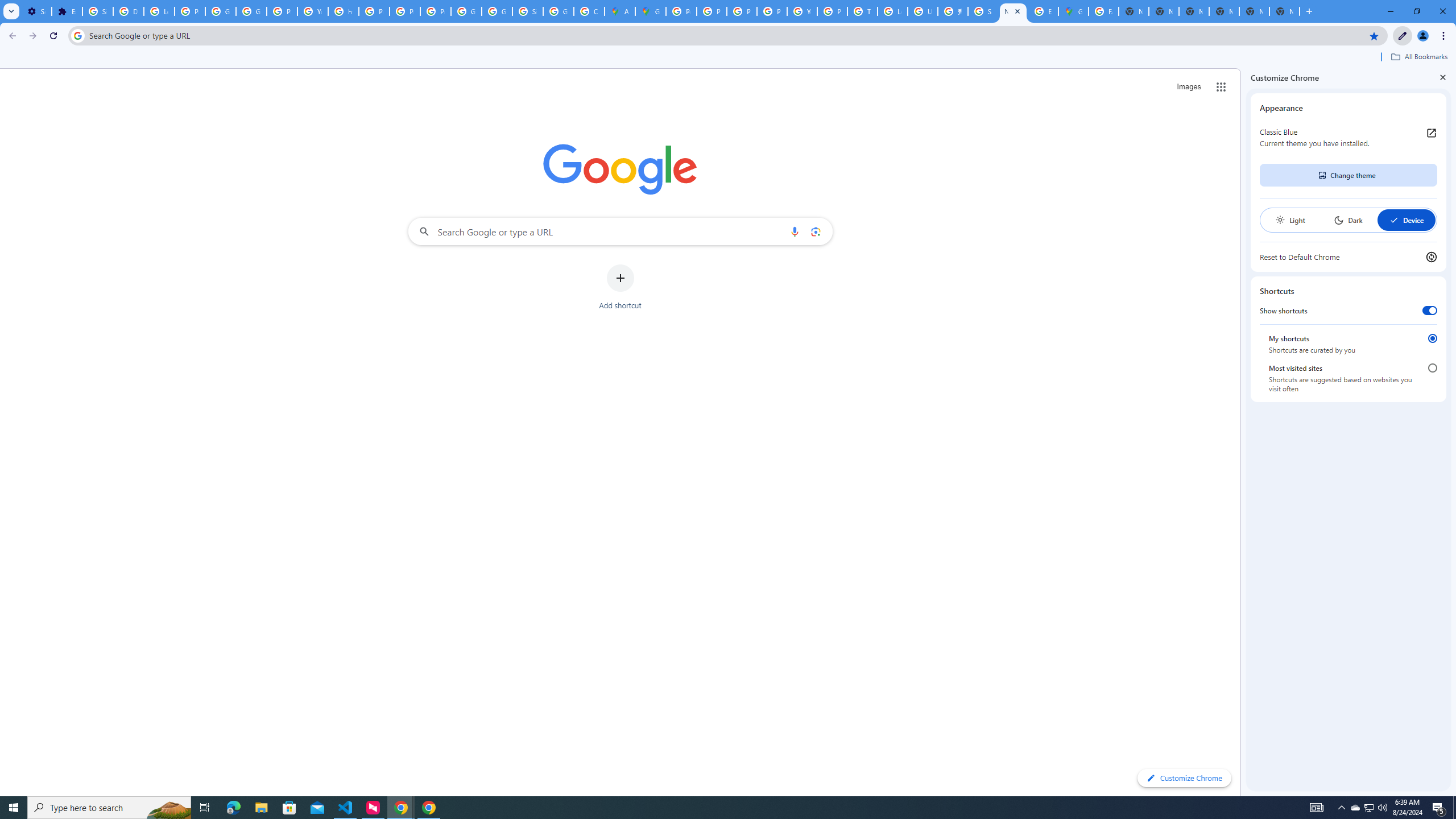 Image resolution: width=1456 pixels, height=819 pixels. Describe the element at coordinates (1405, 220) in the screenshot. I see `'Device'` at that location.